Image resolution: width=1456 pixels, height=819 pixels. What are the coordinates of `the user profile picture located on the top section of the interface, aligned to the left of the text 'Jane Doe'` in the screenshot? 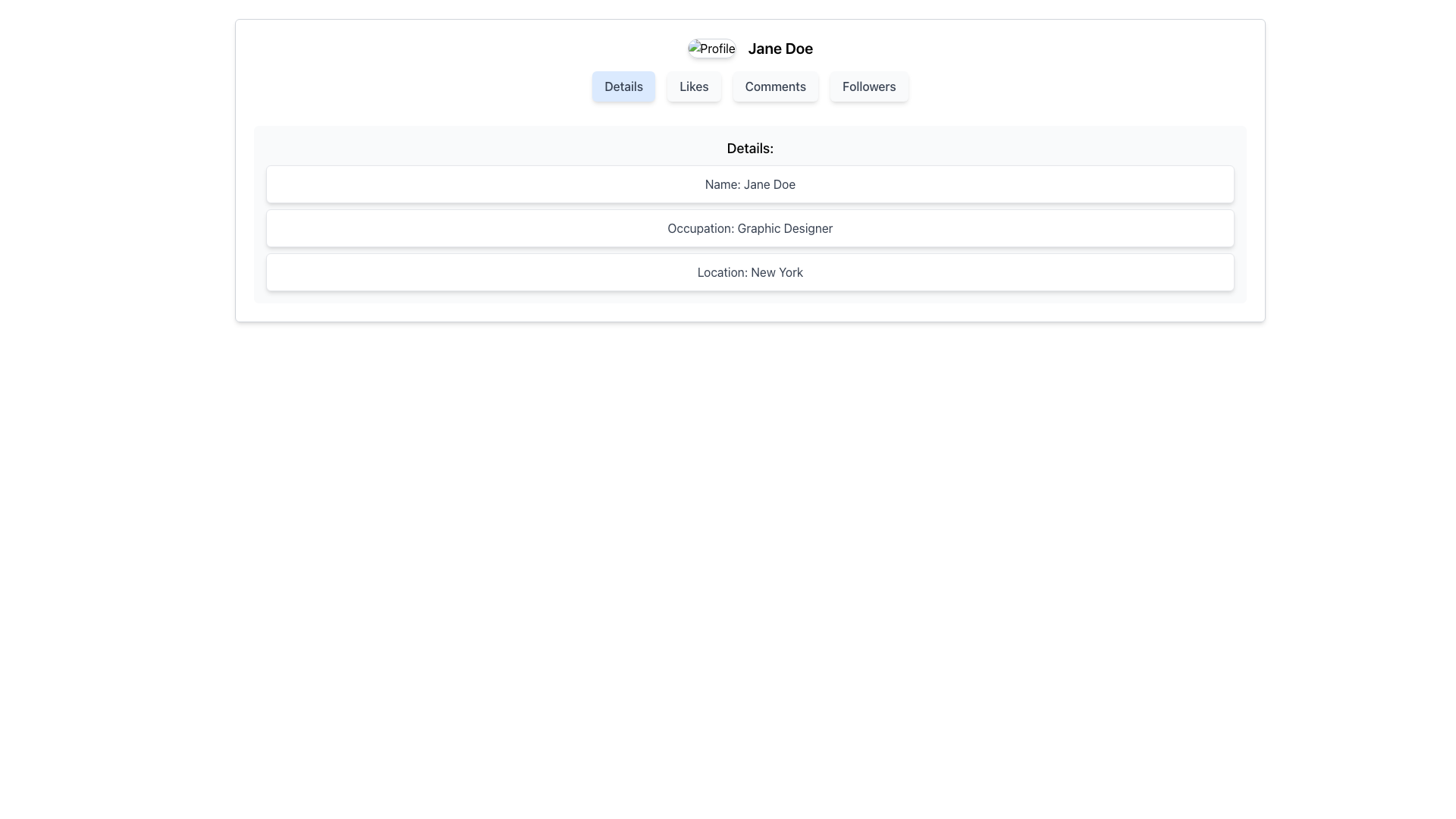 It's located at (711, 48).